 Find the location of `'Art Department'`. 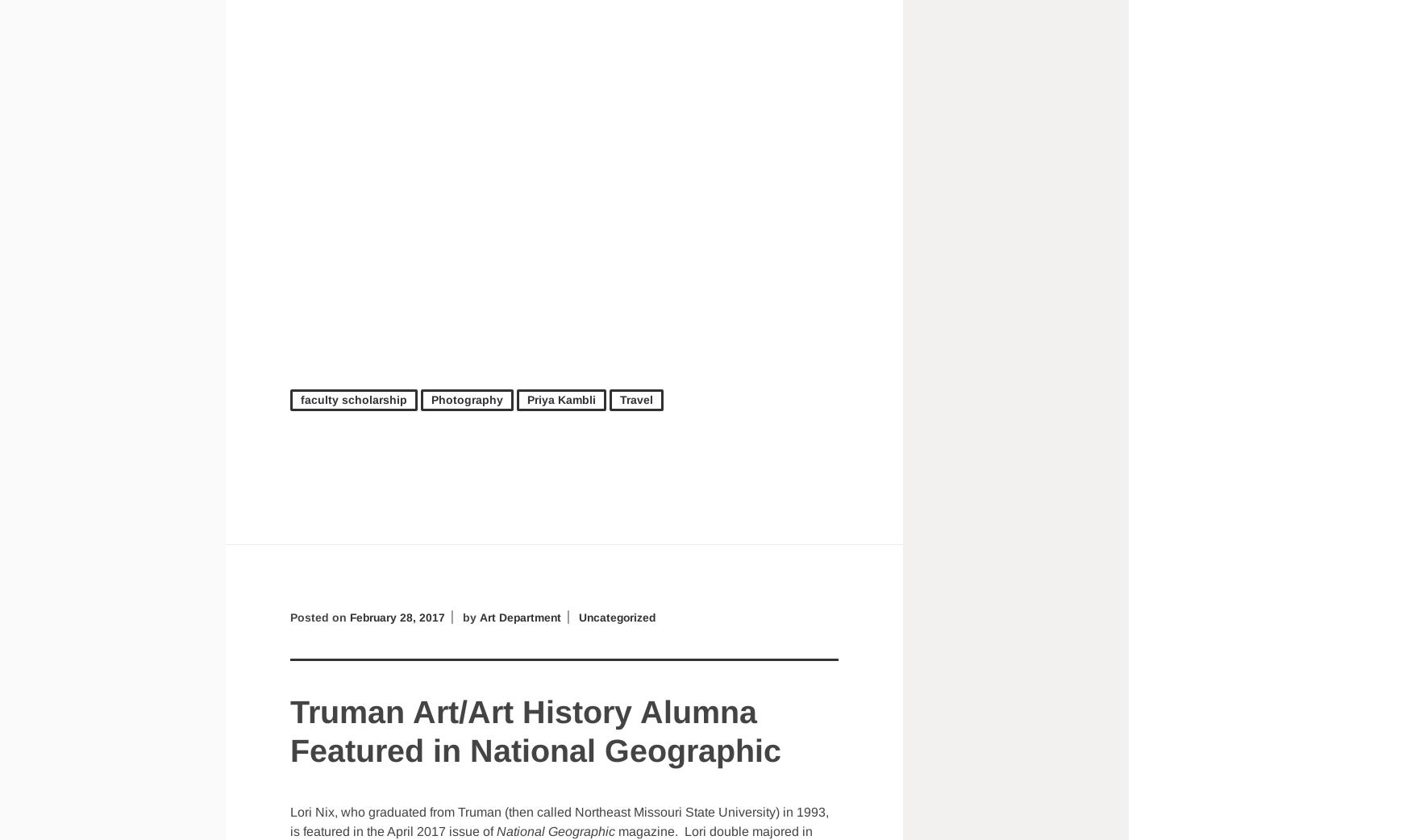

'Art Department' is located at coordinates (522, 616).